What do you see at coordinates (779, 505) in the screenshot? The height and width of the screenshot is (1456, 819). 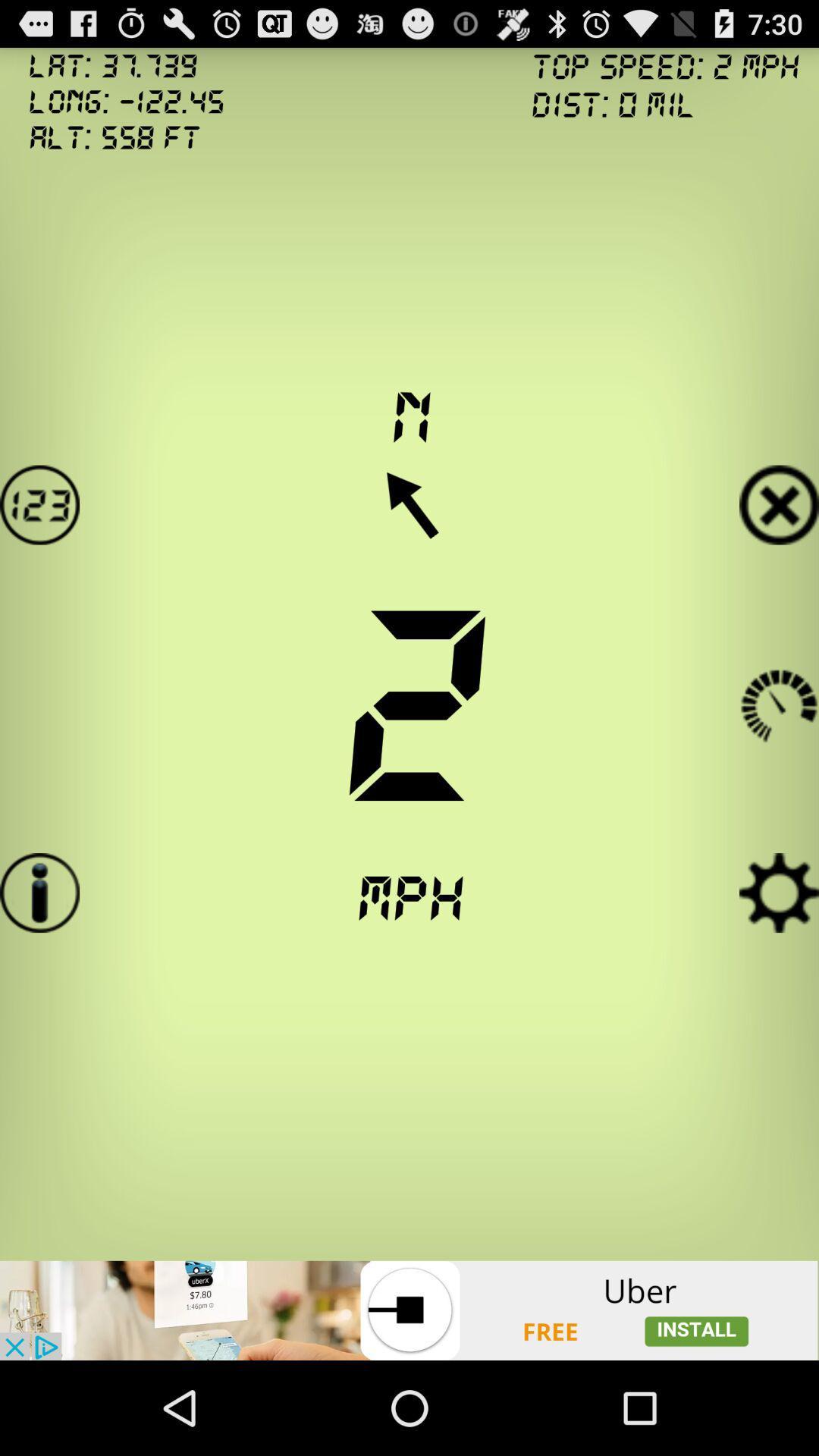 I see `exit button` at bounding box center [779, 505].